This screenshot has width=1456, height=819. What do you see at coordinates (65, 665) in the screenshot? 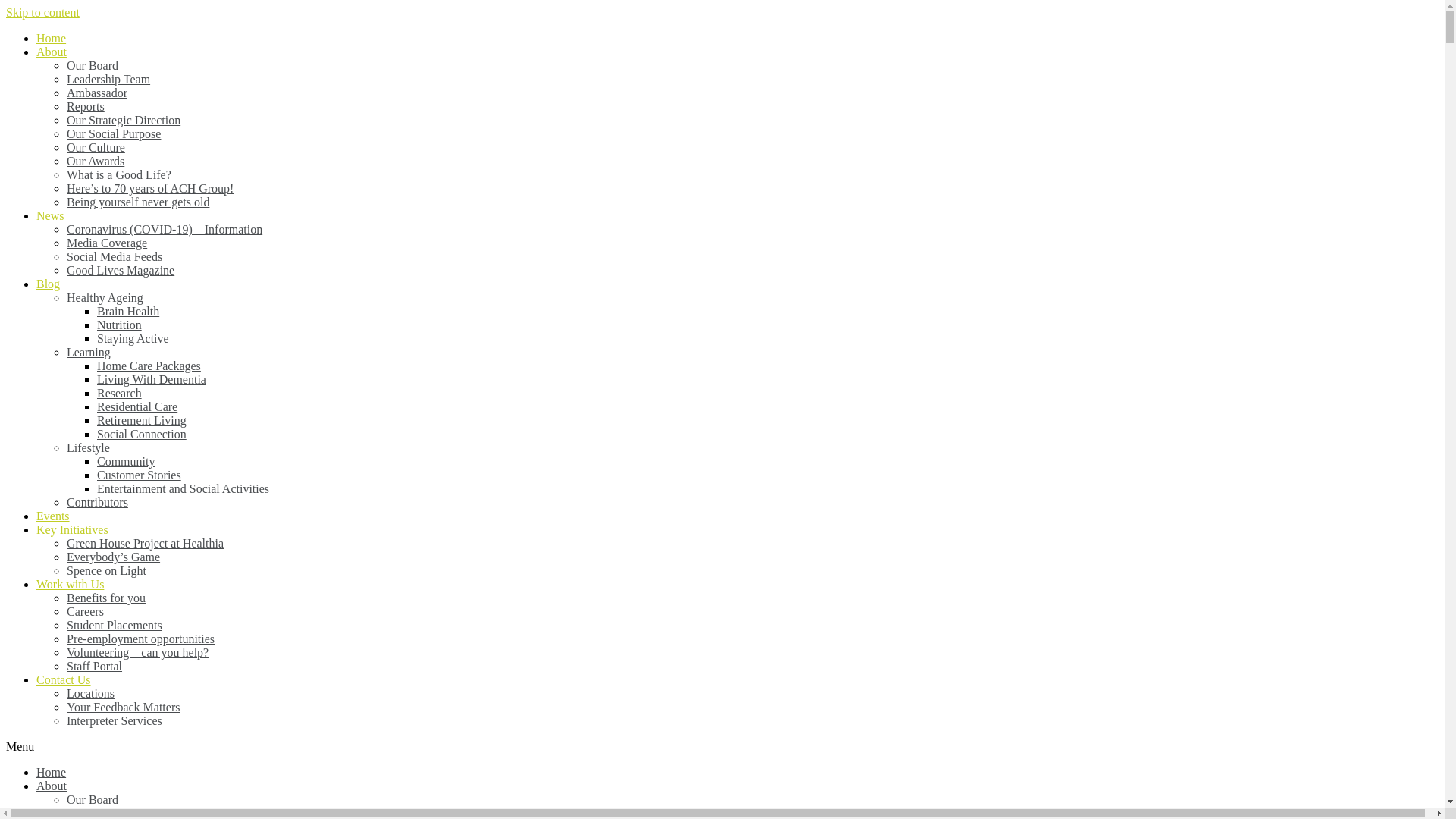
I see `'Staff Portal'` at bounding box center [65, 665].